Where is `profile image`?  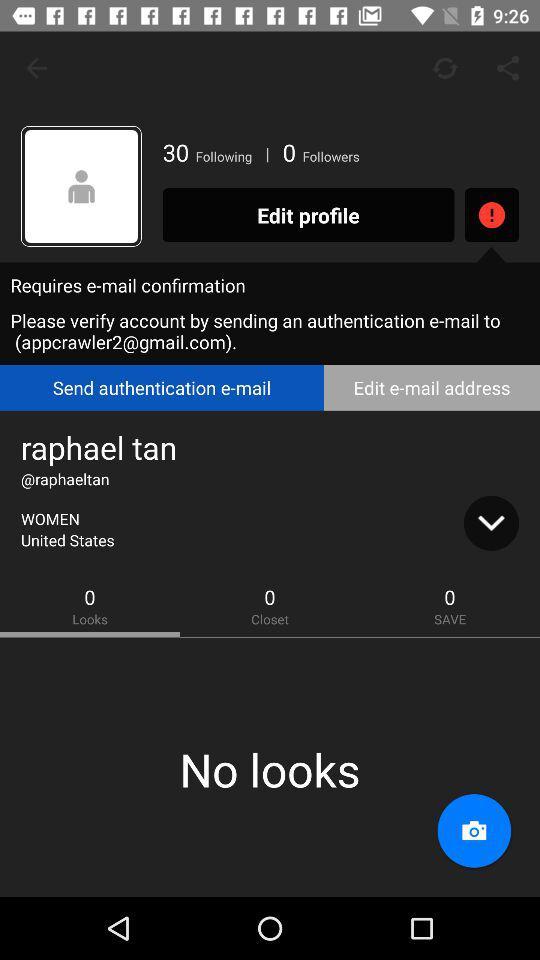
profile image is located at coordinates (80, 186).